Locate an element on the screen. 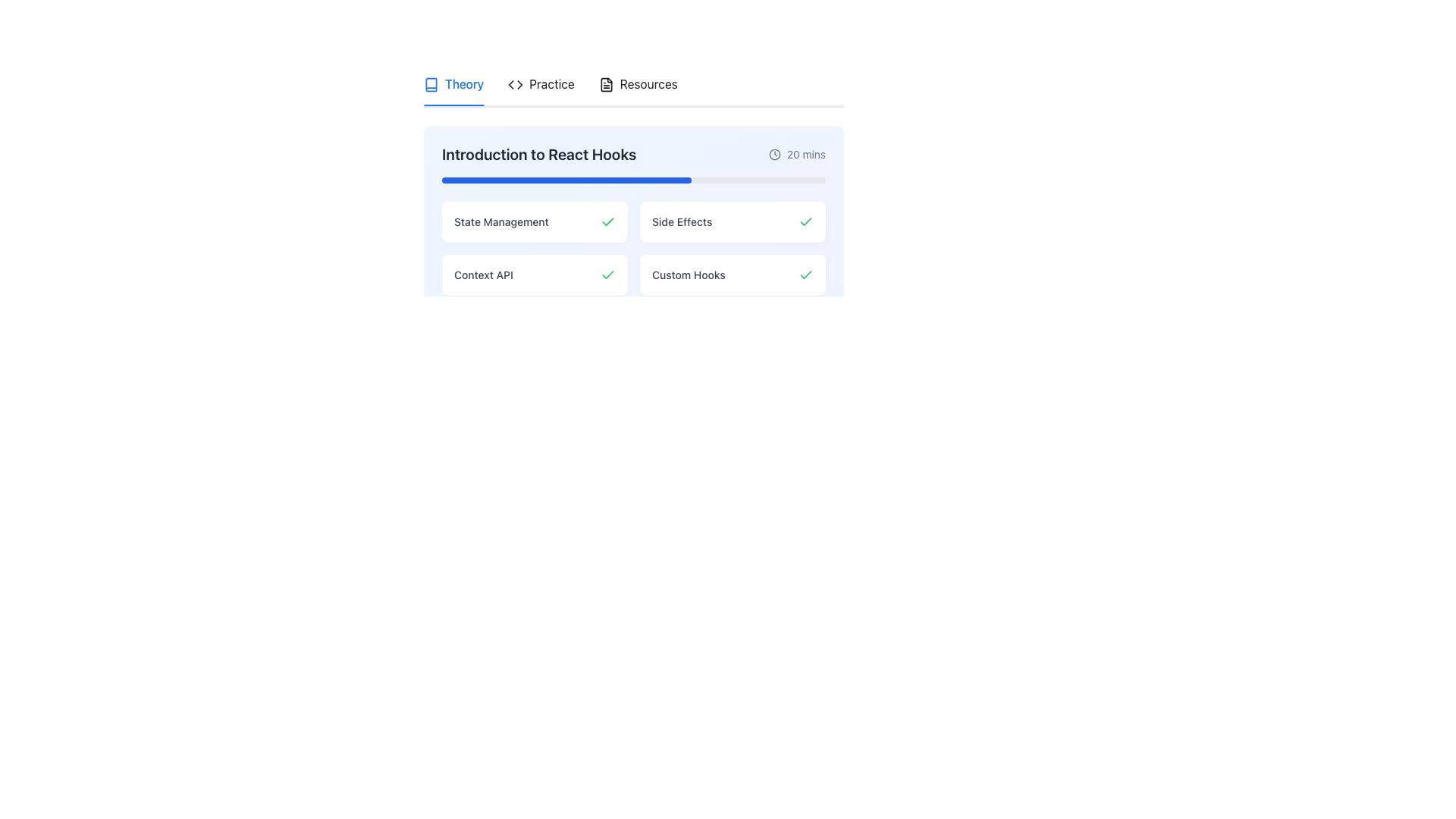 This screenshot has width=1456, height=819. the progress bar in the Header section titled 'Introduction to React Hooks' to interact with it is located at coordinates (633, 164).